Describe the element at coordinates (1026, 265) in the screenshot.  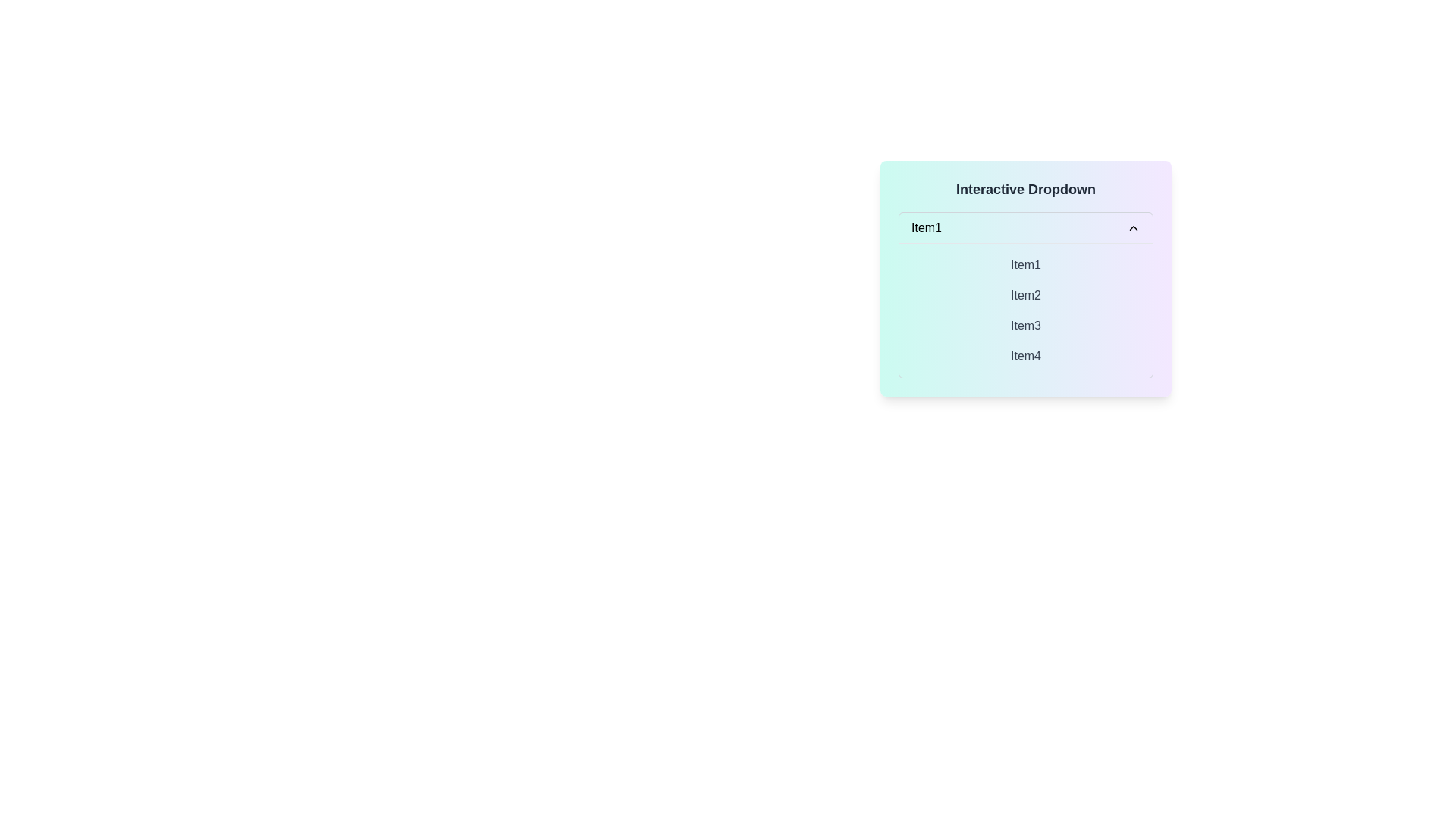
I see `the first item in the dropdown menu that allows users to select 'Item1'` at that location.